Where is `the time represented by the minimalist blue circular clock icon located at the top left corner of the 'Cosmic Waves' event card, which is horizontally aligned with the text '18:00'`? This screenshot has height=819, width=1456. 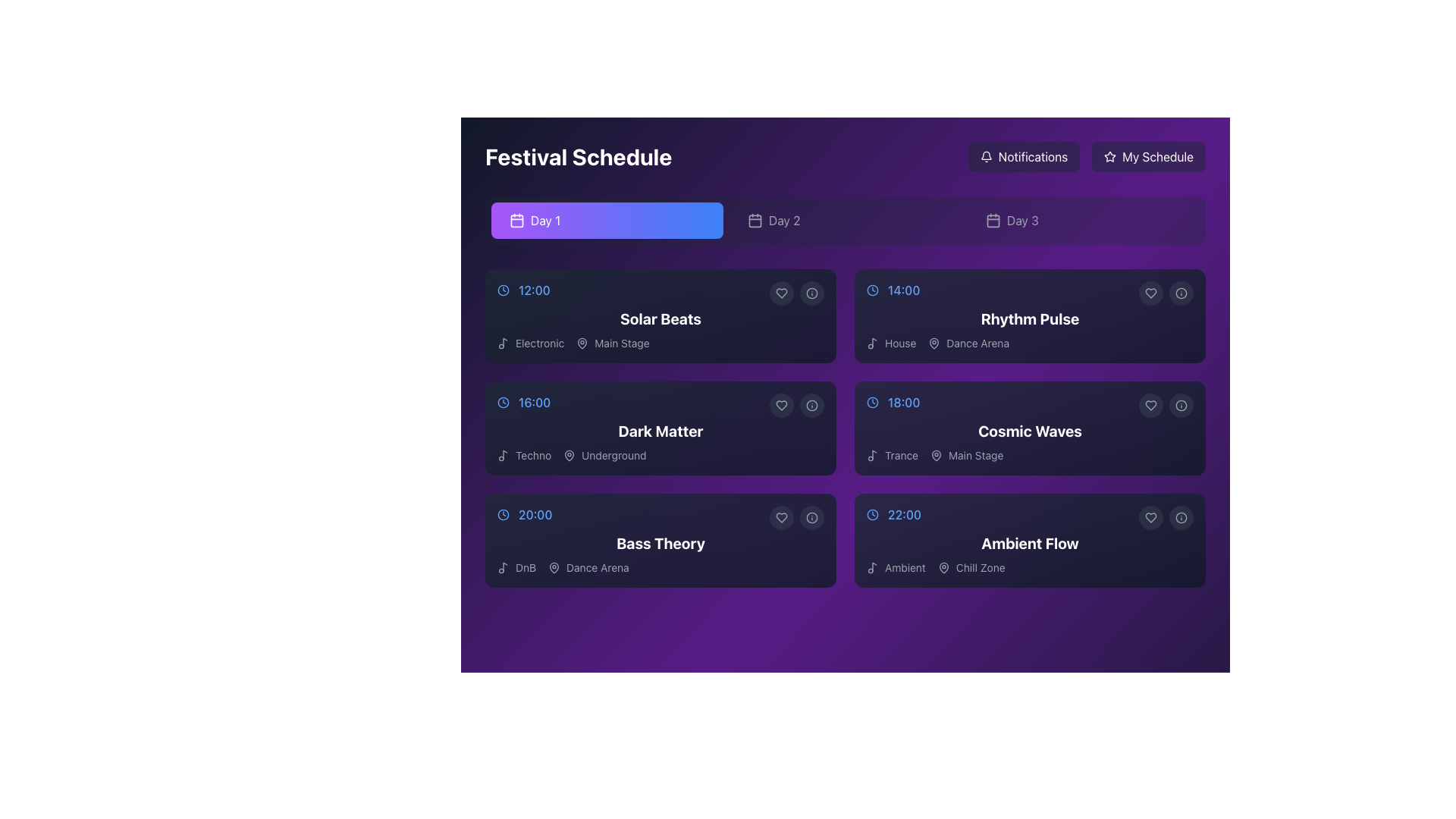 the time represented by the minimalist blue circular clock icon located at the top left corner of the 'Cosmic Waves' event card, which is horizontally aligned with the text '18:00' is located at coordinates (873, 402).